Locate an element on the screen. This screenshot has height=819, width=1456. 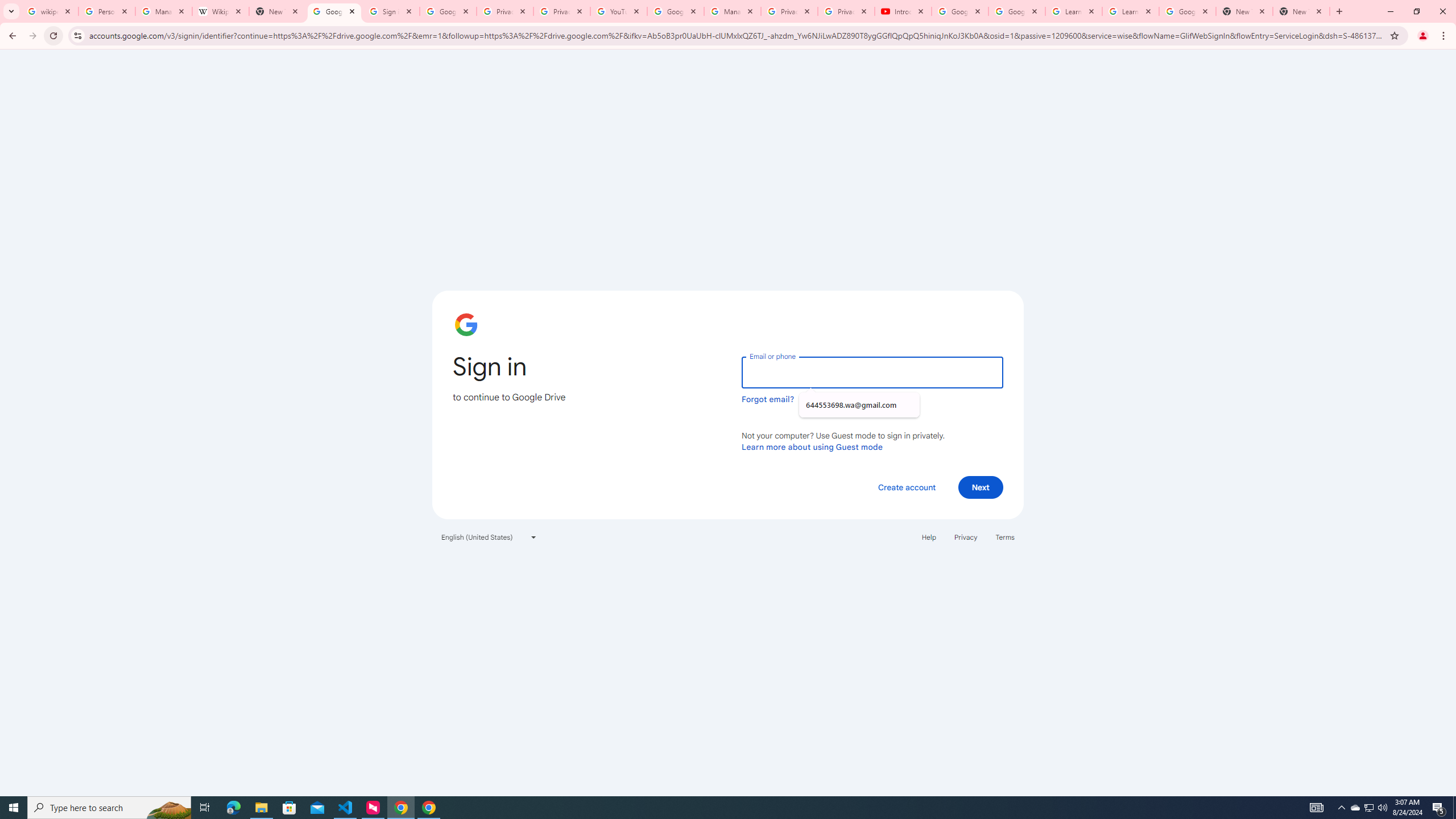
'Google Account' is located at coordinates (1187, 11).